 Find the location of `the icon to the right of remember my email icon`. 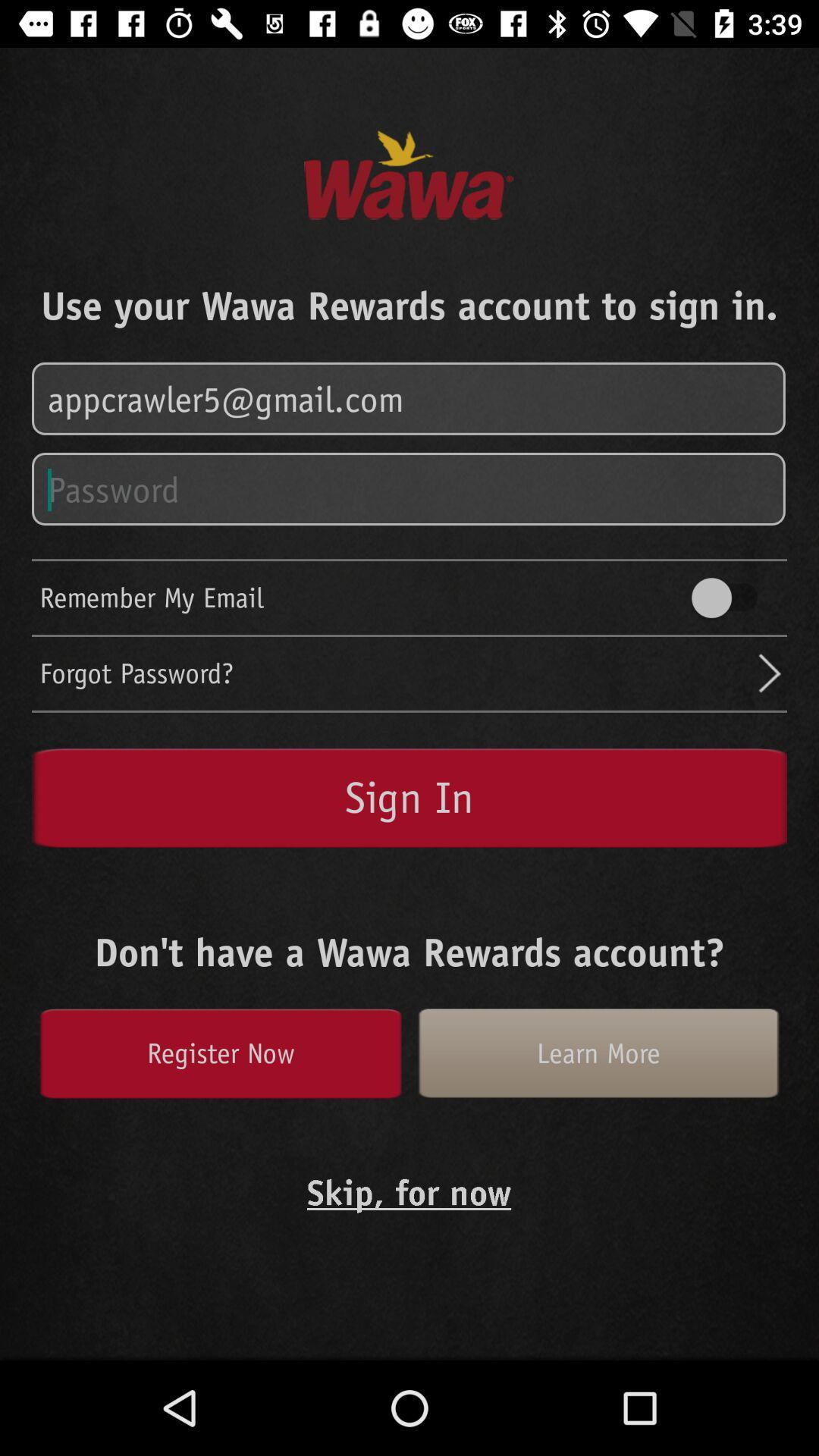

the icon to the right of remember my email icon is located at coordinates (731, 597).